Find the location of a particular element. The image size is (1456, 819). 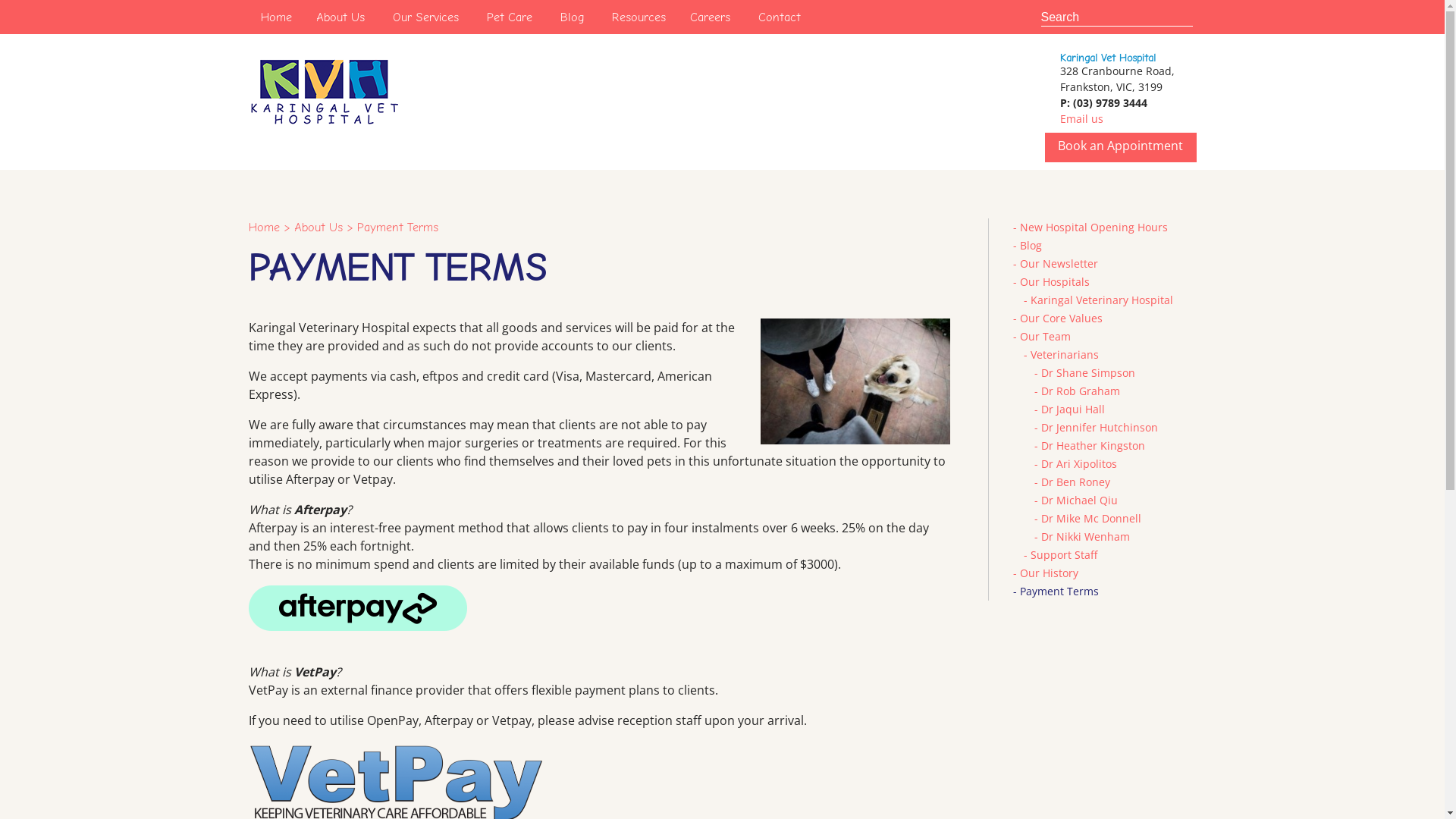

'Contact' is located at coordinates (779, 17).